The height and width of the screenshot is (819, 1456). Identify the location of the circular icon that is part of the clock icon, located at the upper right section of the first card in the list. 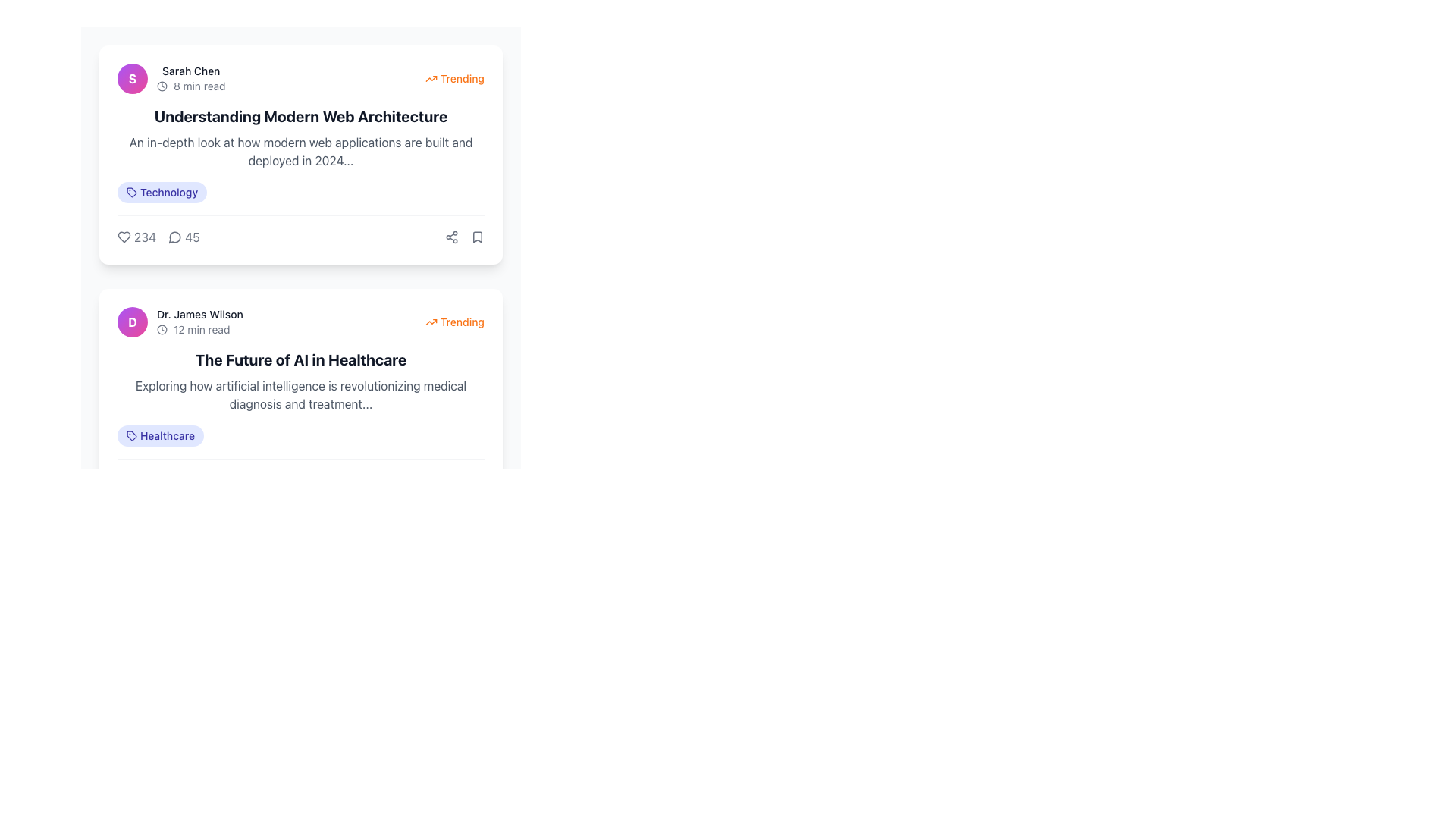
(162, 86).